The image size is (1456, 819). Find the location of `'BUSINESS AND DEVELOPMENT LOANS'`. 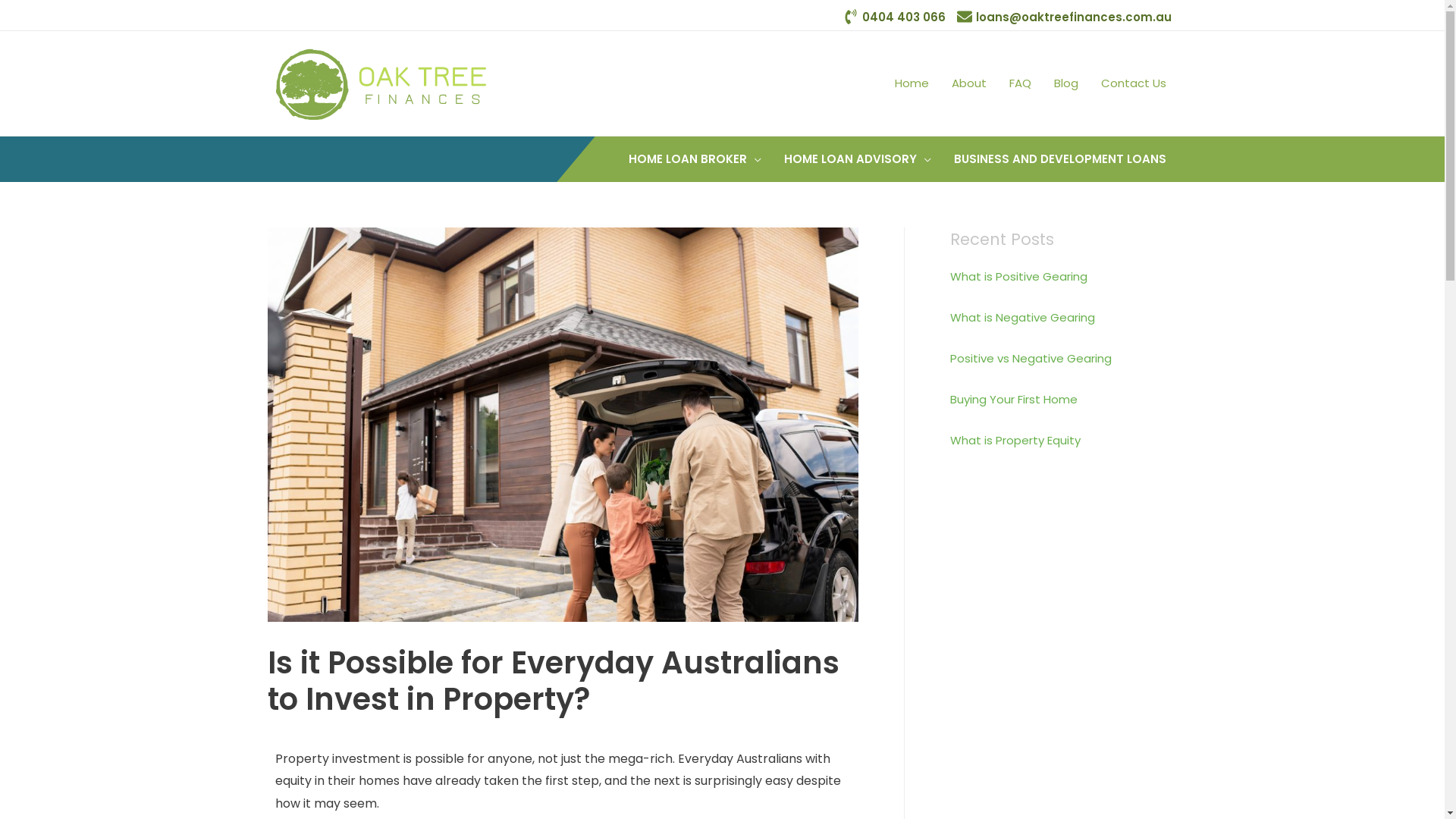

'BUSINESS AND DEVELOPMENT LOANS' is located at coordinates (1058, 158).